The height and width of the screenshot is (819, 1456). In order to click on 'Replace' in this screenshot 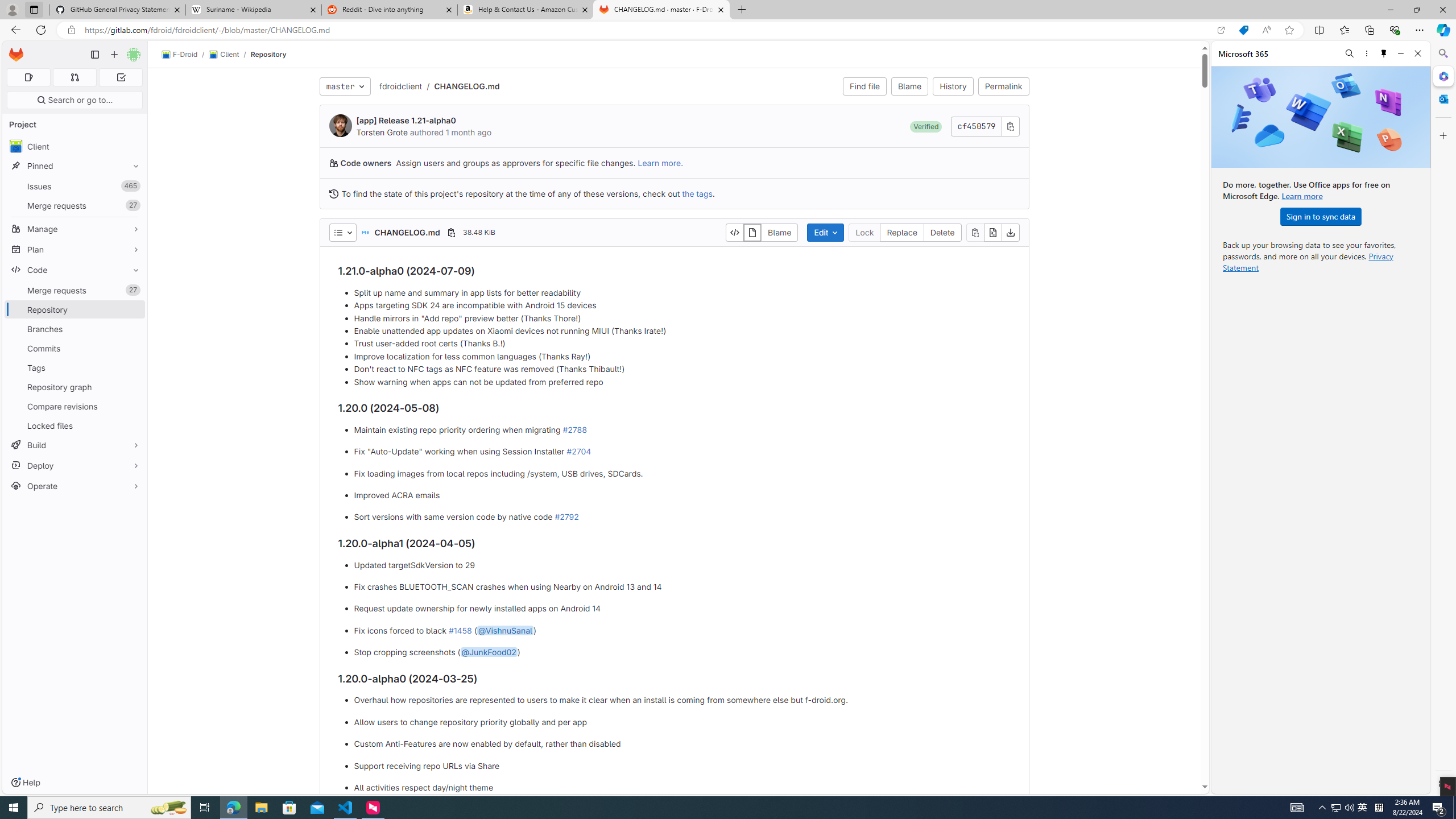, I will do `click(901, 231)`.